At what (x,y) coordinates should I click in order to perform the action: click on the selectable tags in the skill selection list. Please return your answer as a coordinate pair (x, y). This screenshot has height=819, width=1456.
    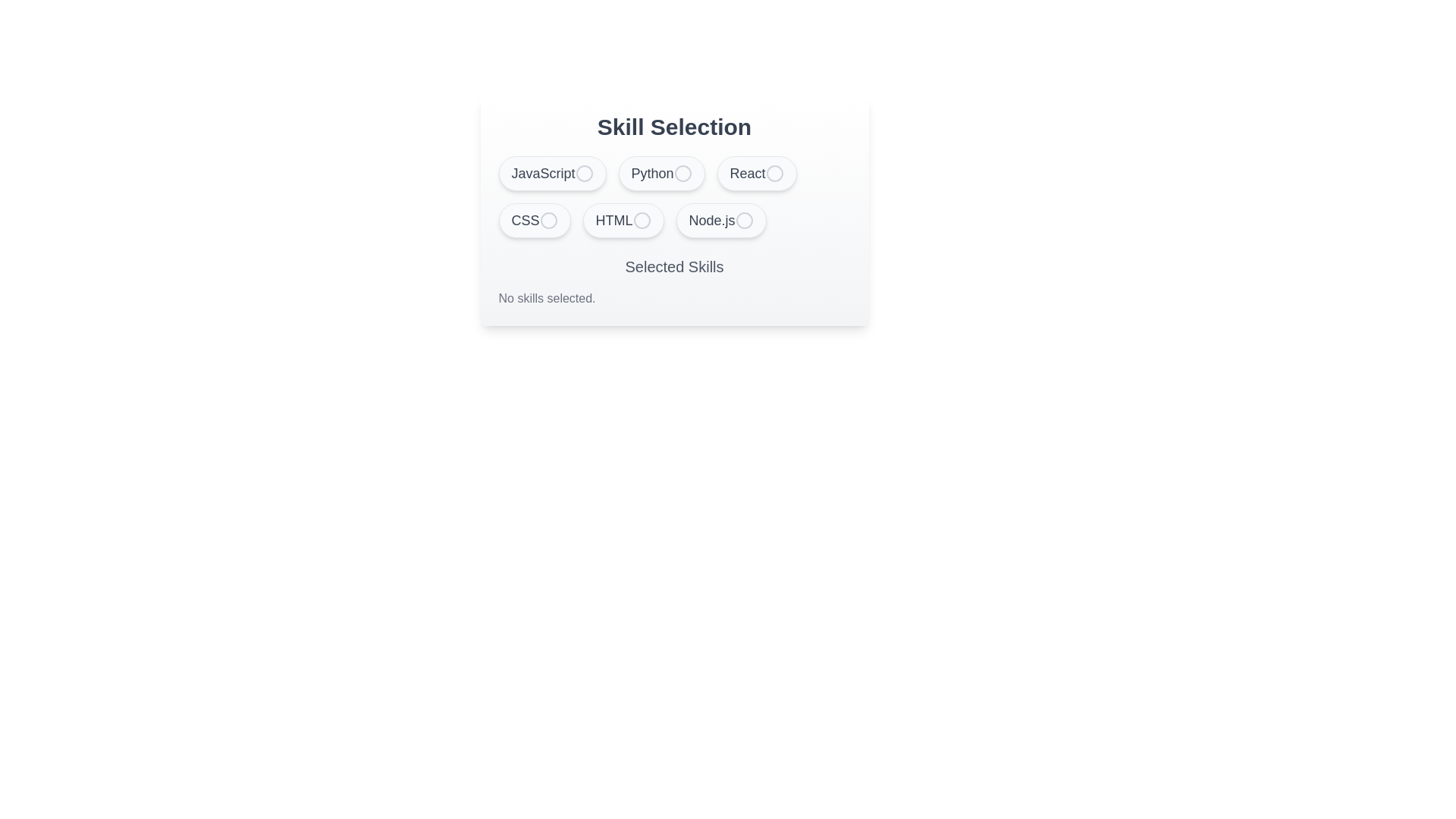
    Looking at the image, I should click on (673, 196).